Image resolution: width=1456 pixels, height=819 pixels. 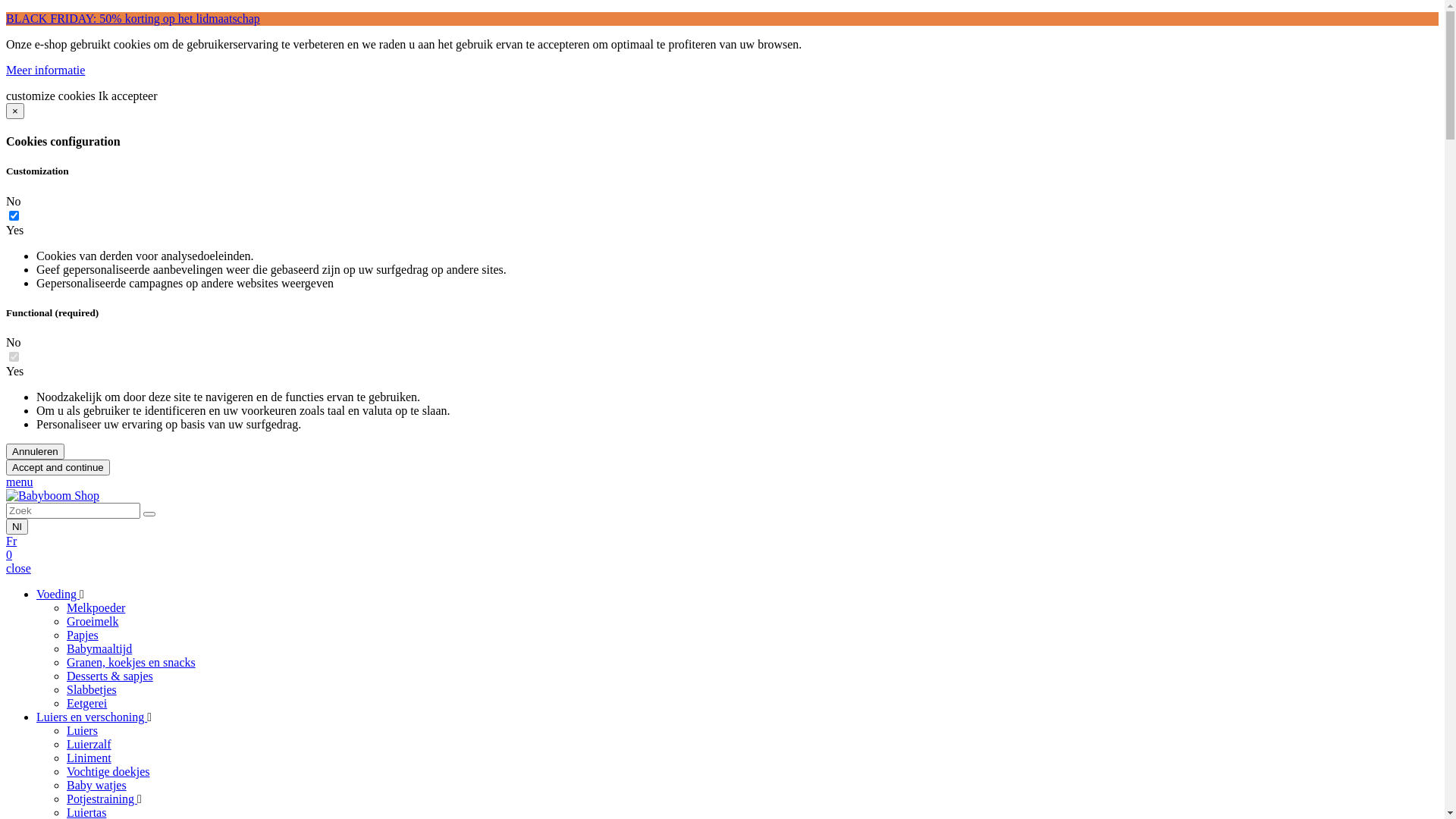 I want to click on 'Ik accepteer', so click(x=127, y=96).